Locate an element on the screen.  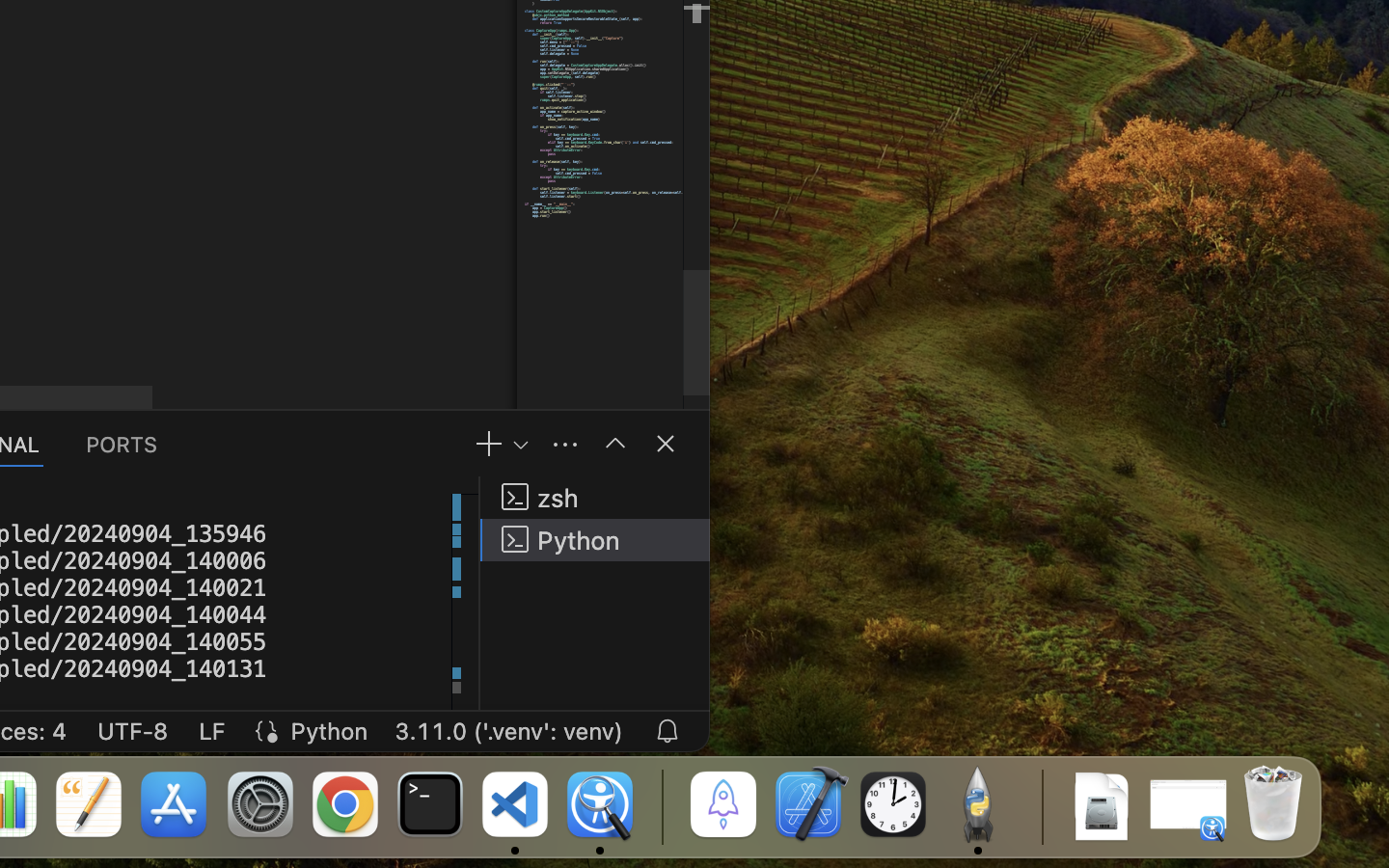
'0 PORTS' is located at coordinates (122, 442).